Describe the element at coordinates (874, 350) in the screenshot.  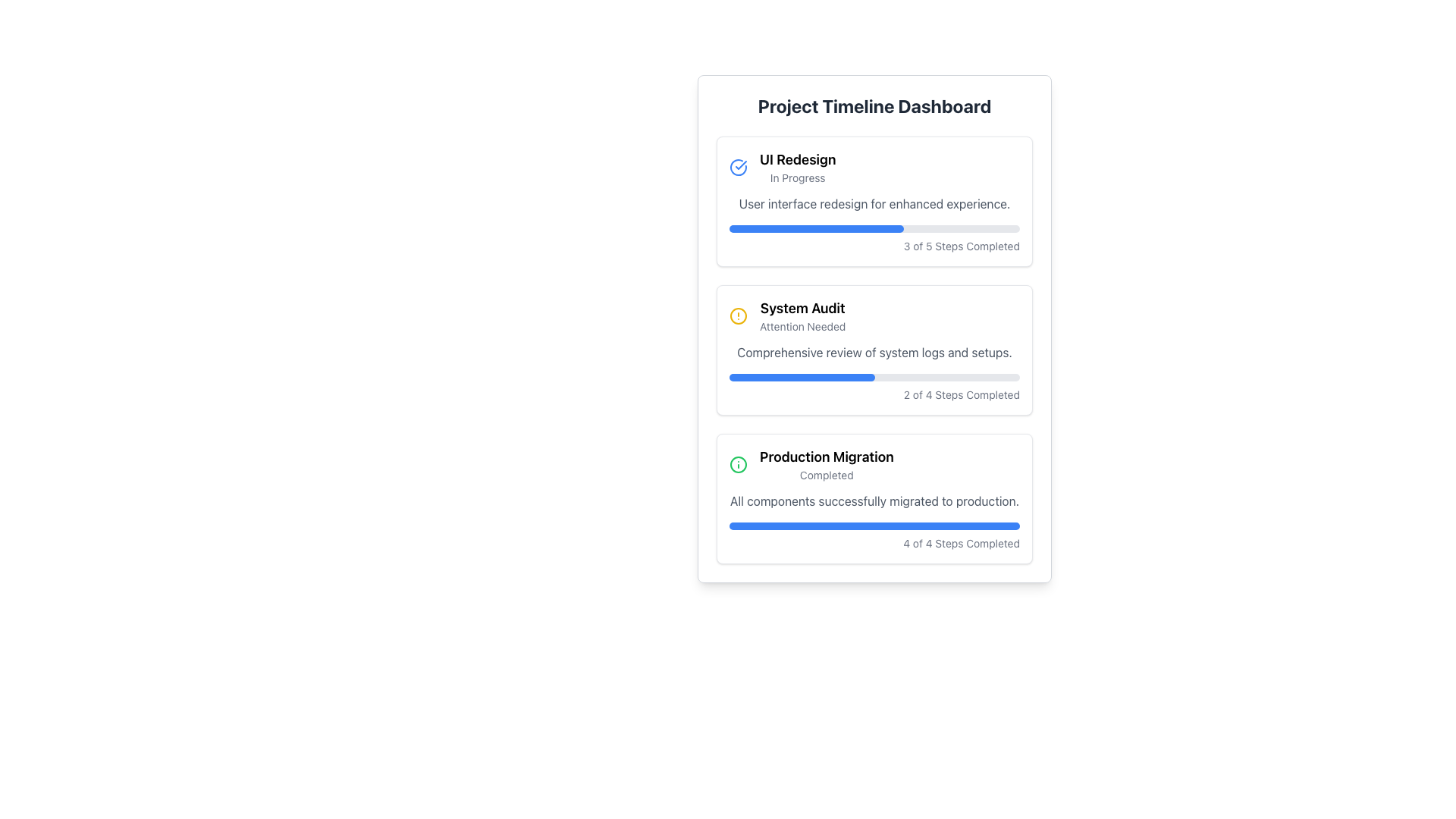
I see `the attention request on the 'System Audit' module located in the Project Timeline Dashboard, which is the second module below 'UI Redesign'` at that location.